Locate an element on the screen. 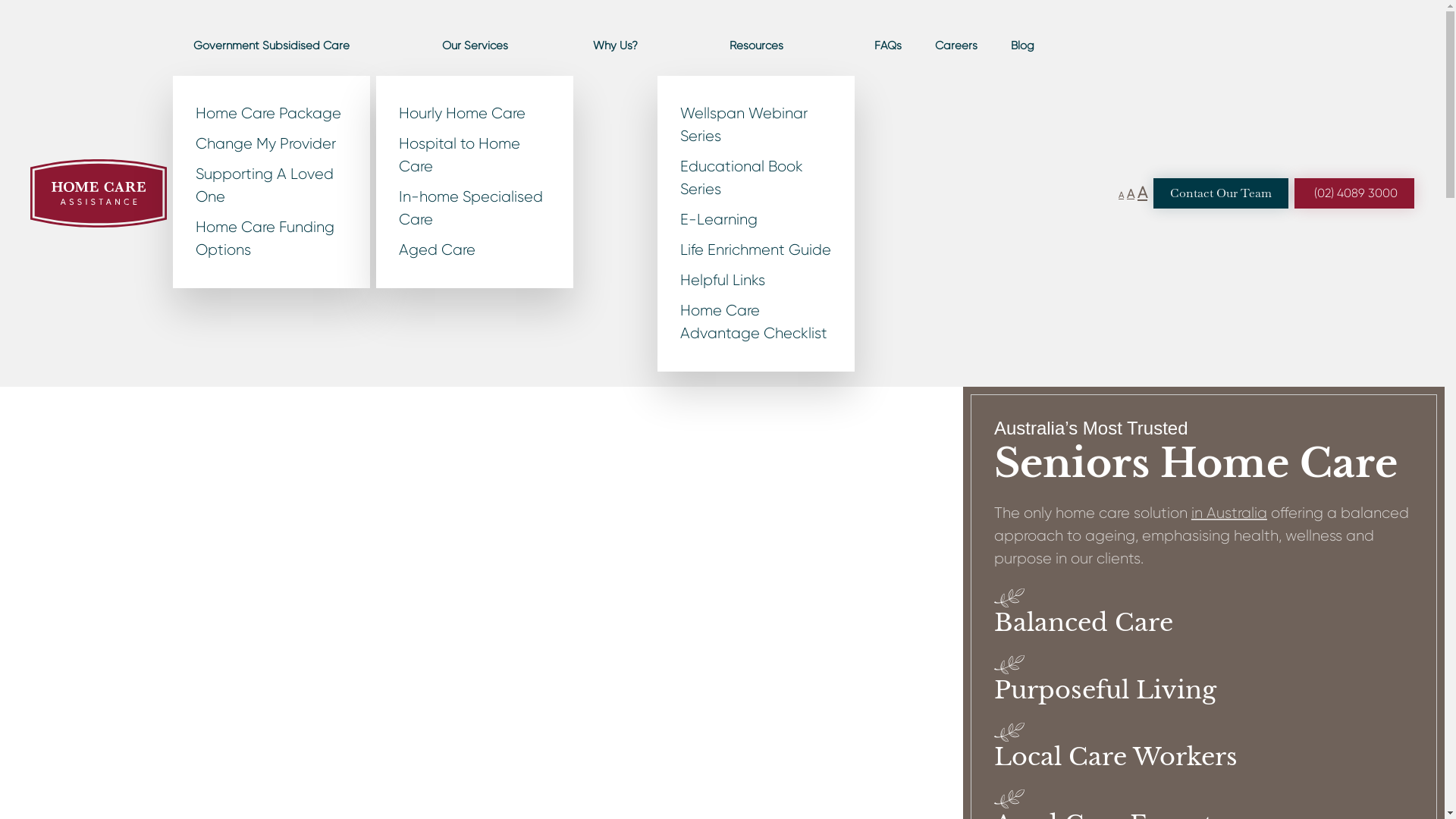 The height and width of the screenshot is (819, 1456). 'A is located at coordinates (1121, 194).